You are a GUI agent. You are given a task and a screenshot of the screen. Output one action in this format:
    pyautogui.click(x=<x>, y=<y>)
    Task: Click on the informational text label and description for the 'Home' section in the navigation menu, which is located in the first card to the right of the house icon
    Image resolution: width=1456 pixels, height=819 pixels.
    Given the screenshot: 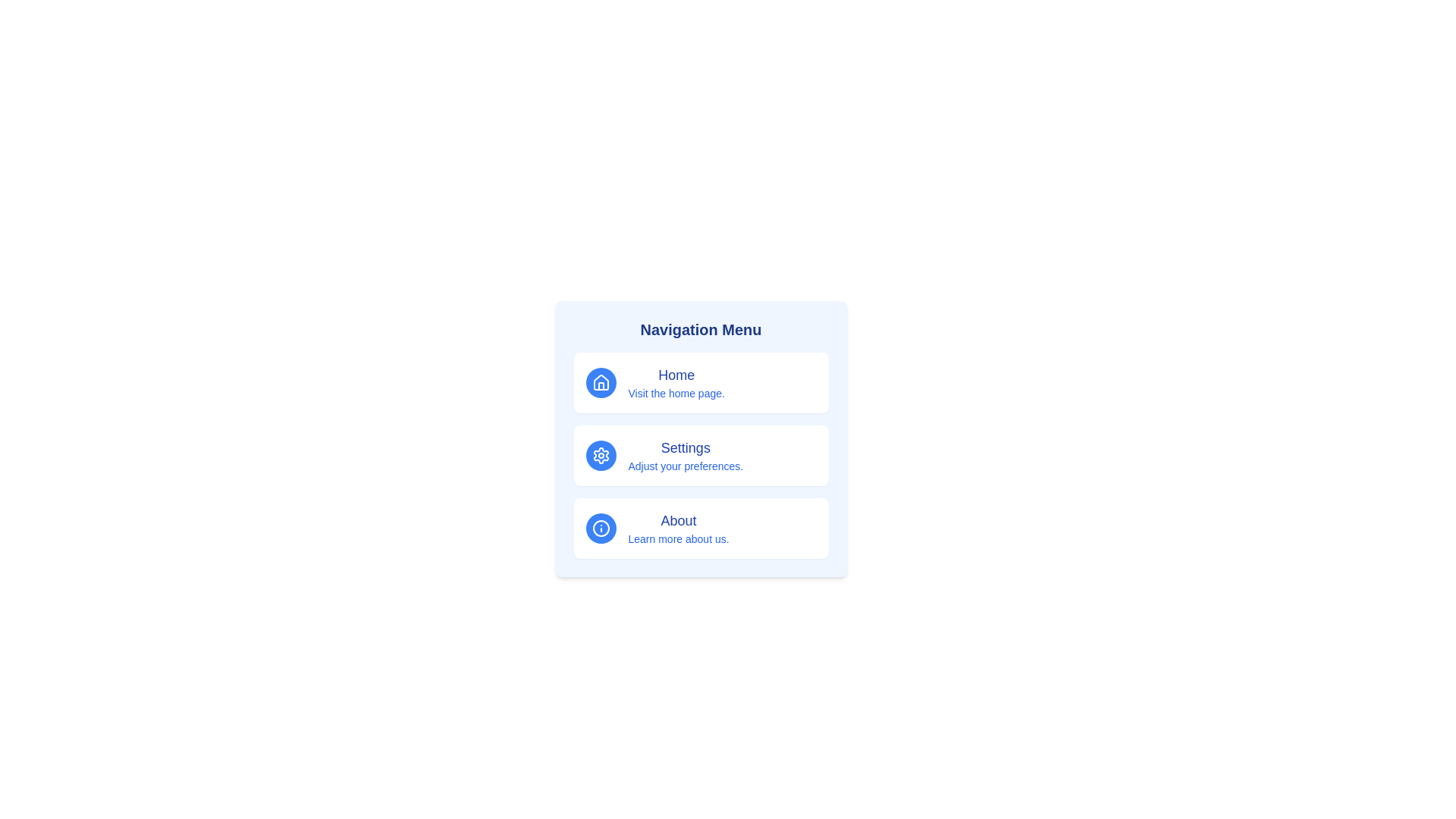 What is the action you would take?
    pyautogui.click(x=676, y=382)
    